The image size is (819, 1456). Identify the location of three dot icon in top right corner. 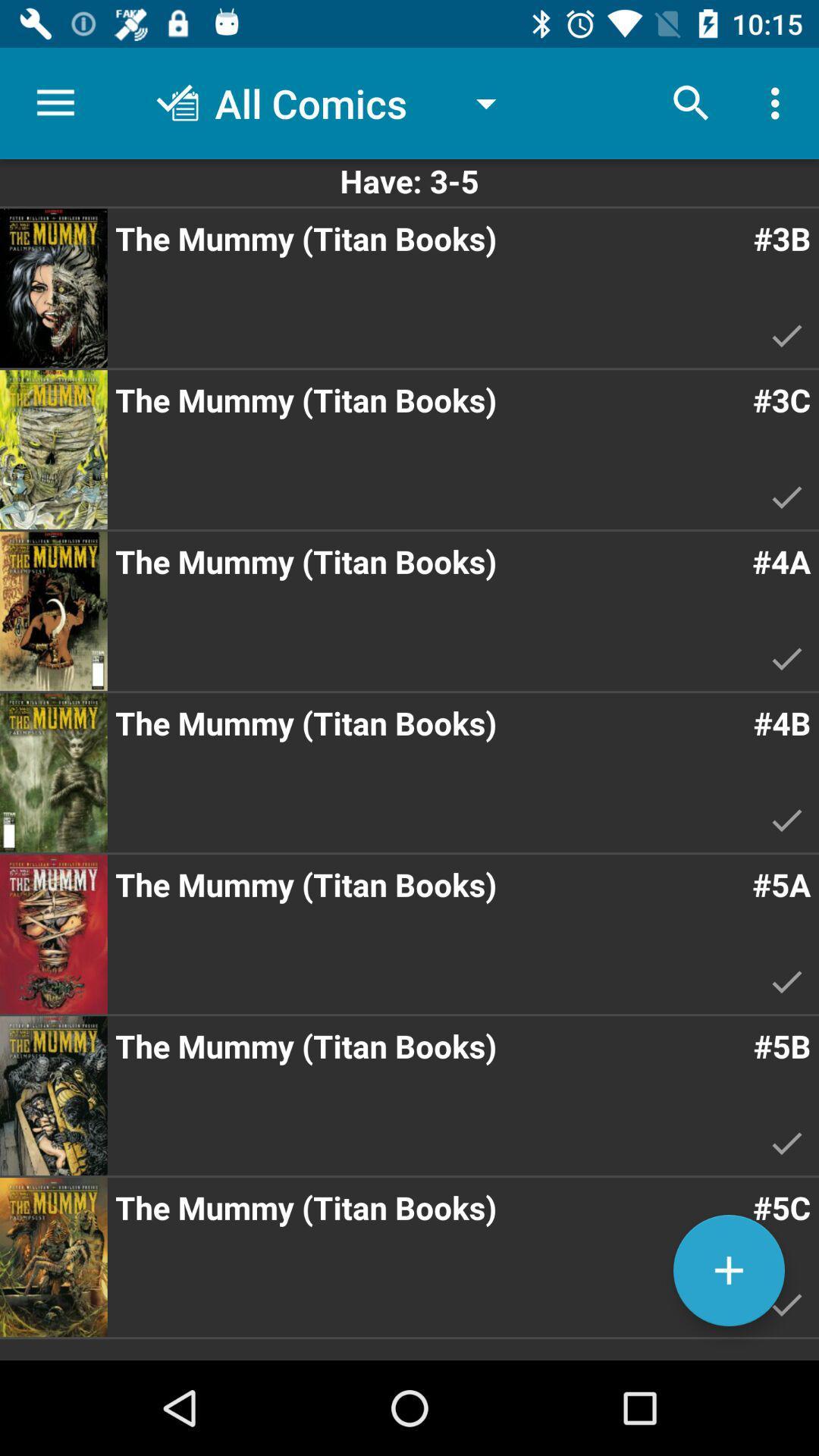
(779, 103).